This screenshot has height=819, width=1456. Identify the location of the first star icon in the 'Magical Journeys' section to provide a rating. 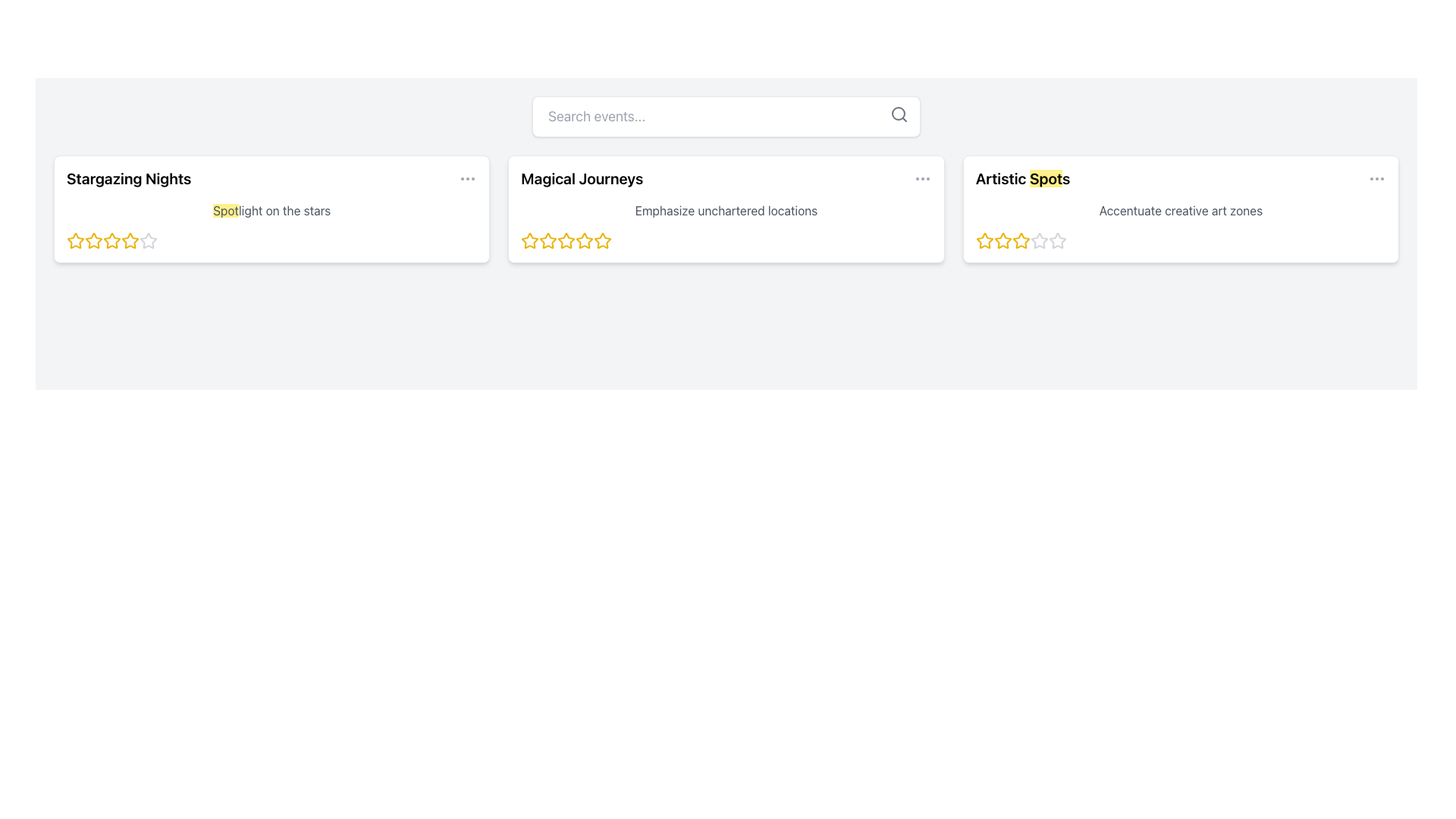
(530, 240).